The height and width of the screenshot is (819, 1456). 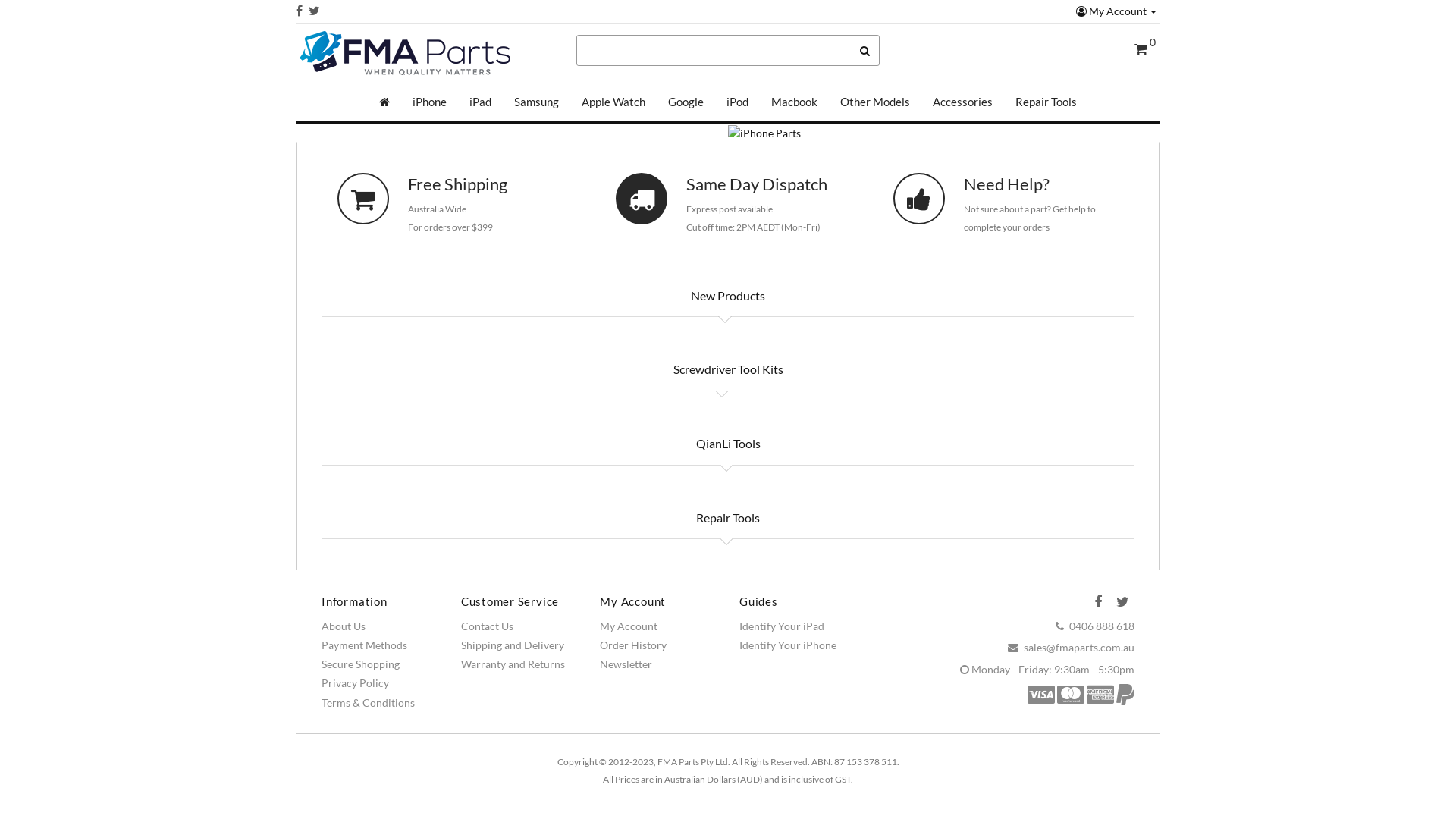 What do you see at coordinates (828, 102) in the screenshot?
I see `'Other Models'` at bounding box center [828, 102].